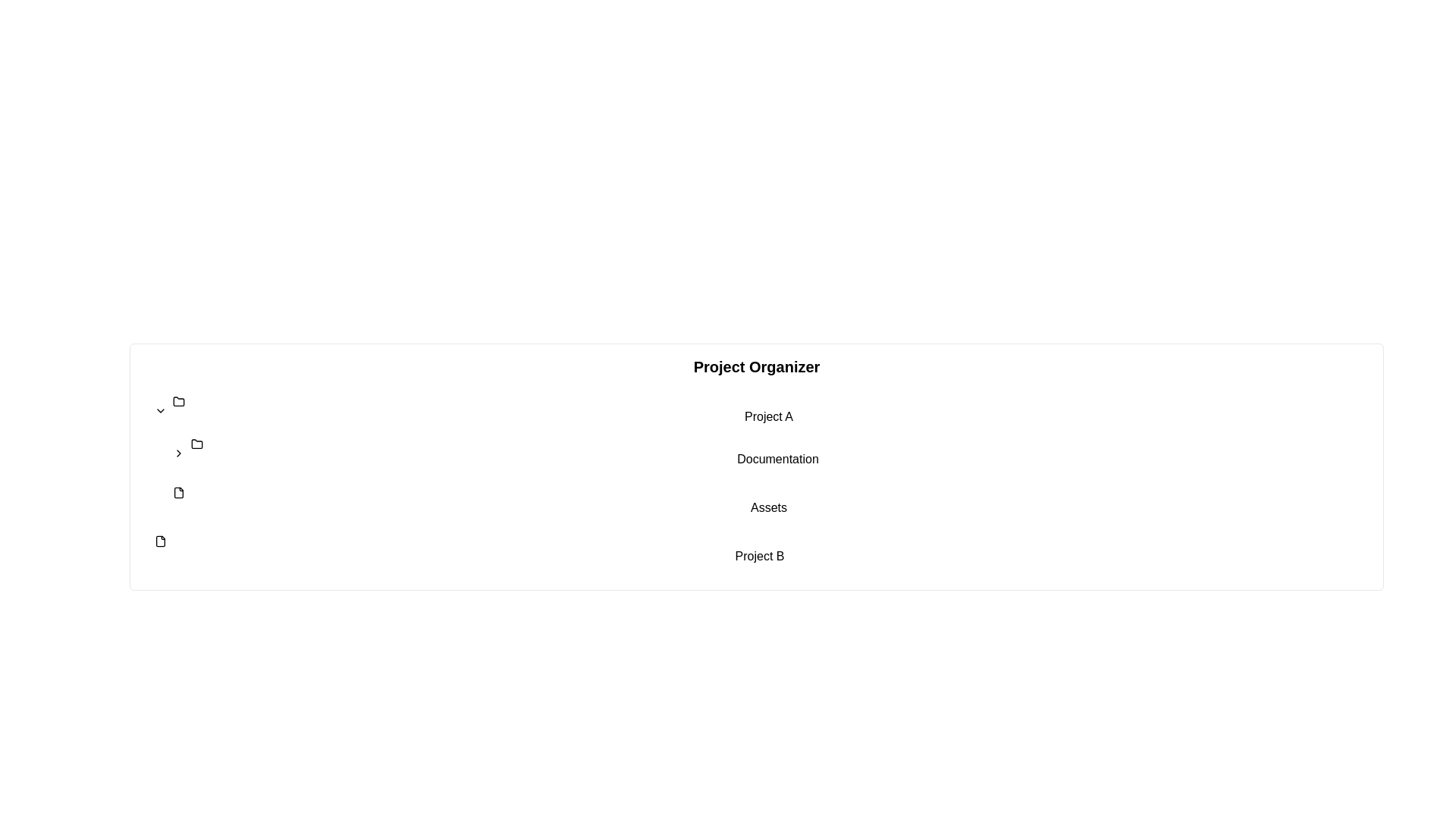  I want to click on the selectable text label for 'Project B', which is the last item in the list of projects and documents, so click(760, 550).